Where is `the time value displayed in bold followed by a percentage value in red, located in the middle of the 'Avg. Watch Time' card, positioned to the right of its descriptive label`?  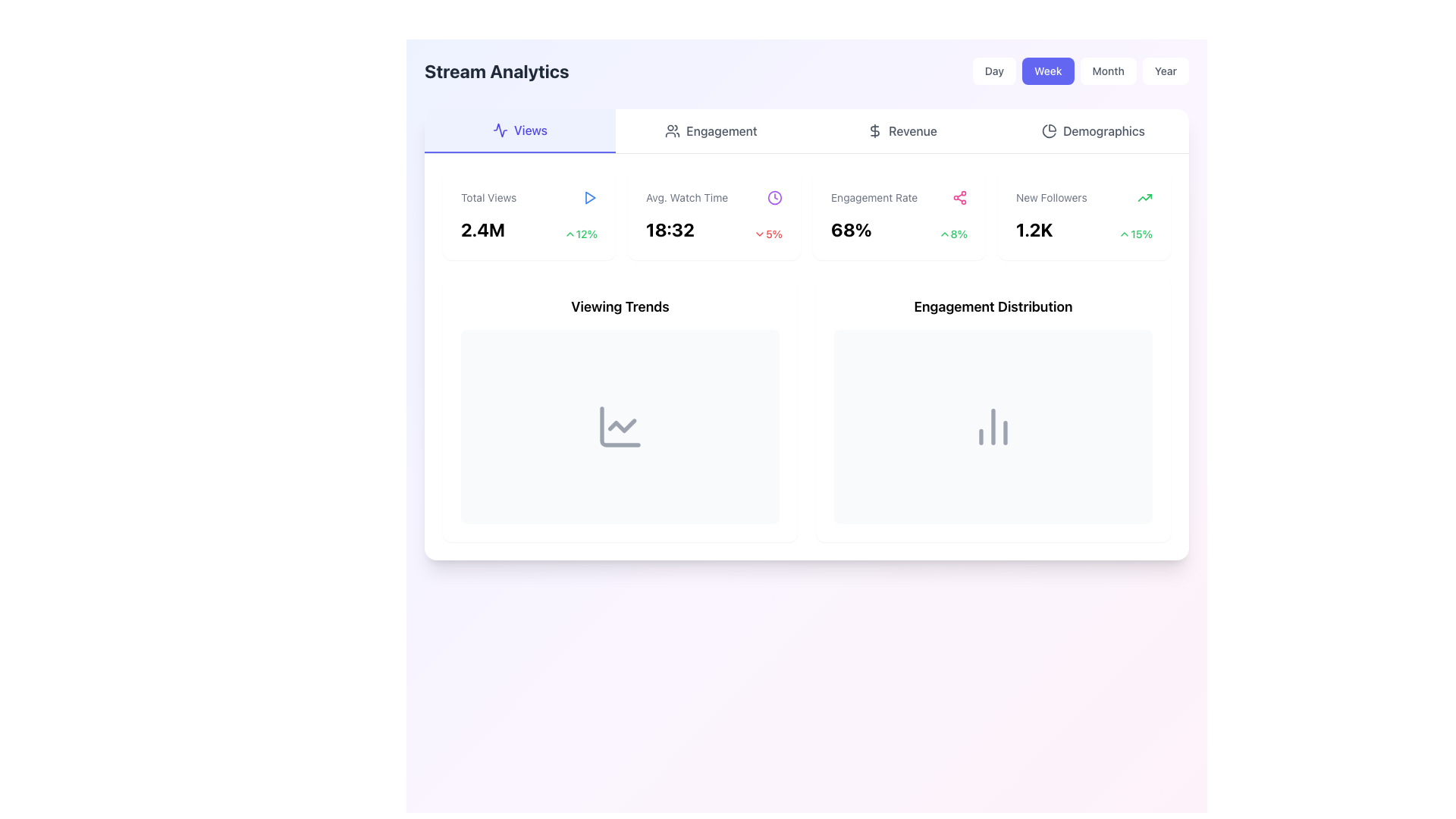 the time value displayed in bold followed by a percentage value in red, located in the middle of the 'Avg. Watch Time' card, positioned to the right of its descriptive label is located at coordinates (713, 230).